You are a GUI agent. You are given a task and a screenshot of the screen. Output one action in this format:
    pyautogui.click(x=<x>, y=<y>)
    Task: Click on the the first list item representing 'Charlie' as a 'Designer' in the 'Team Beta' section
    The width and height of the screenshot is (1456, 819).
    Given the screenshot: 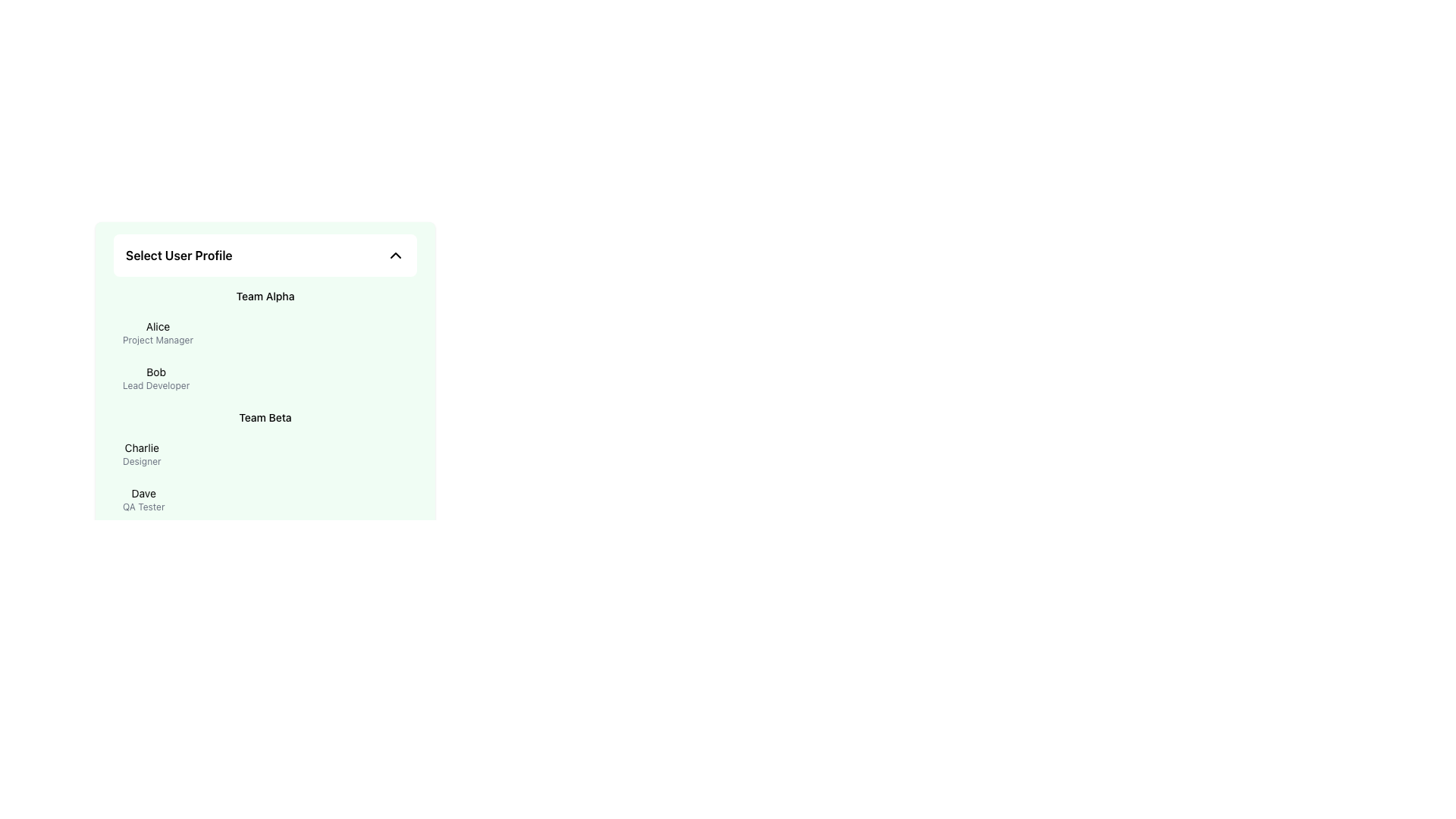 What is the action you would take?
    pyautogui.click(x=265, y=453)
    